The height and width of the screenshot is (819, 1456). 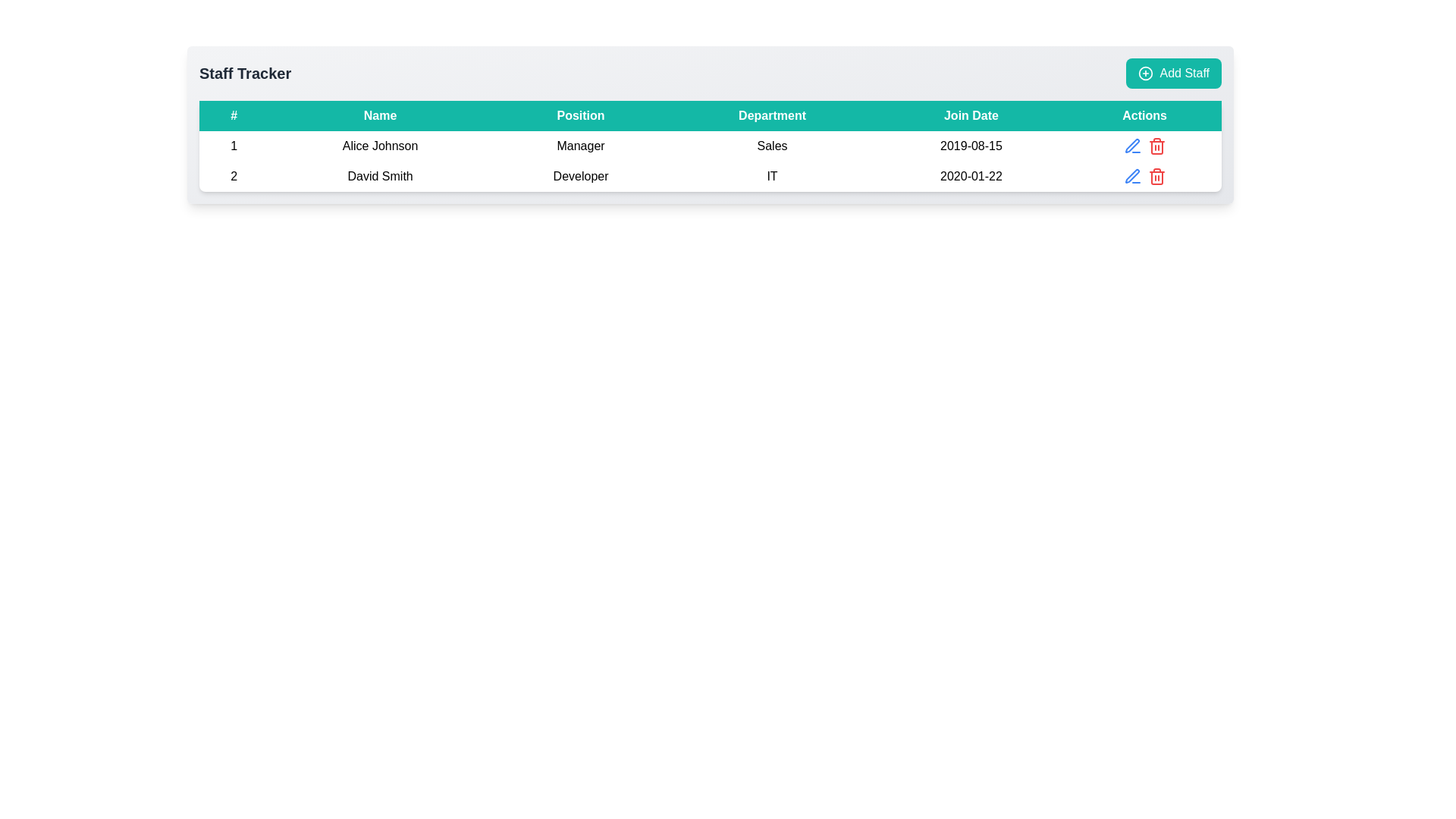 What do you see at coordinates (772, 175) in the screenshot?
I see `the department field for 'David Smith' in the Staff Tracker table, located in the fourth column of the second row` at bounding box center [772, 175].